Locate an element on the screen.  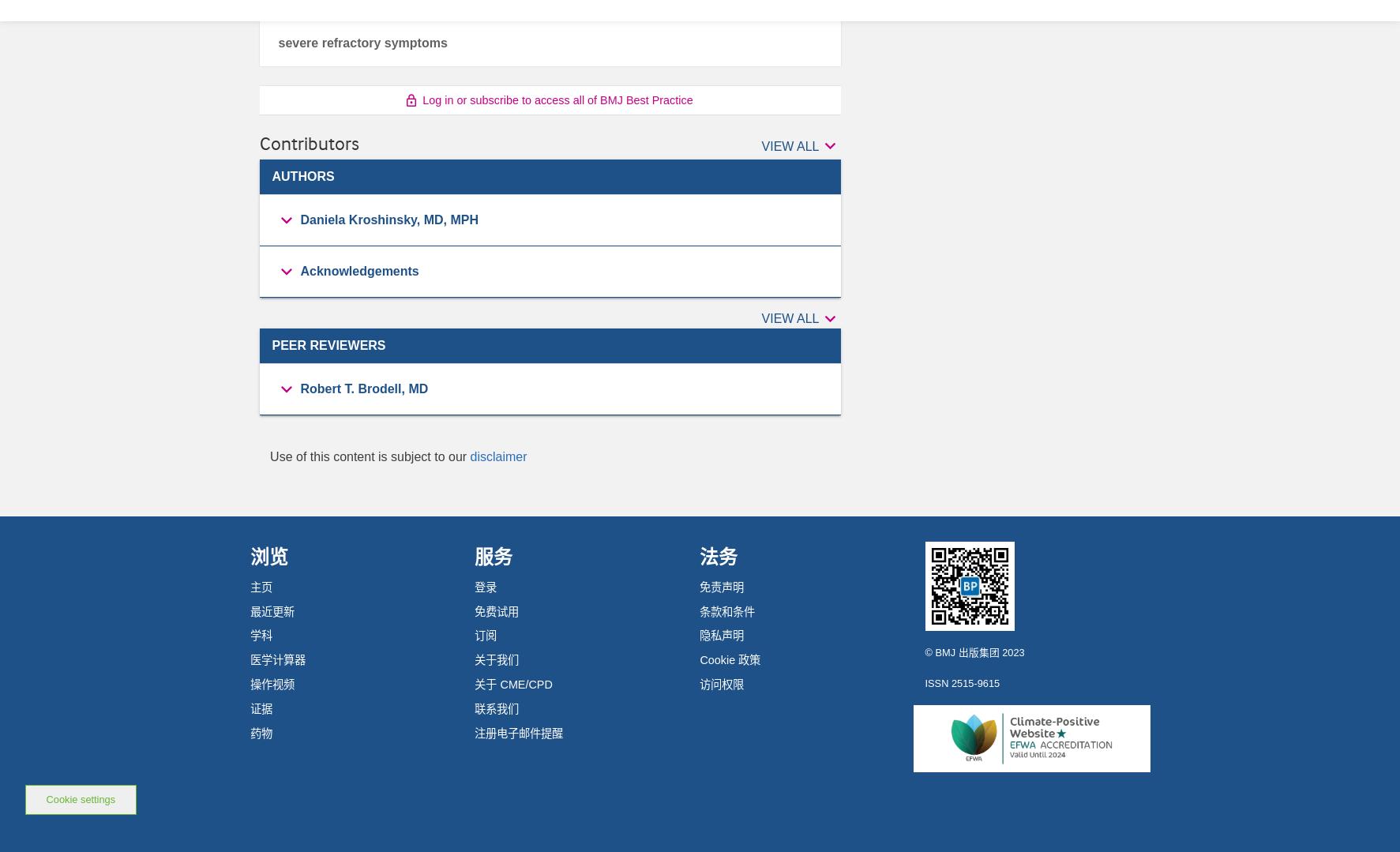
'MA' is located at coordinates (310, 587).